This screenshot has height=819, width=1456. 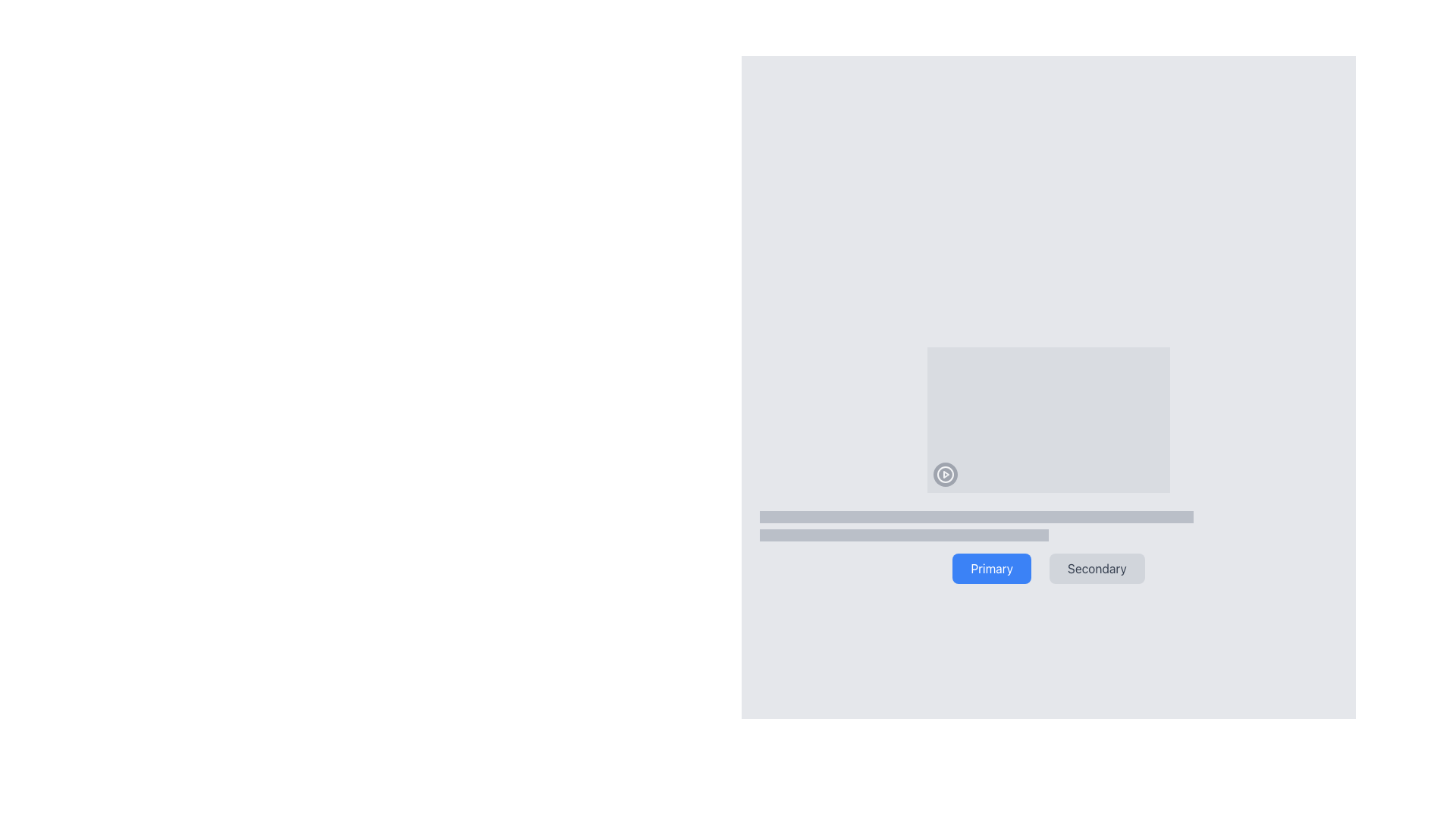 I want to click on the secondary action button located immediately to the right of the blue 'Primary' button in the lower central area of the interface, so click(x=1097, y=568).